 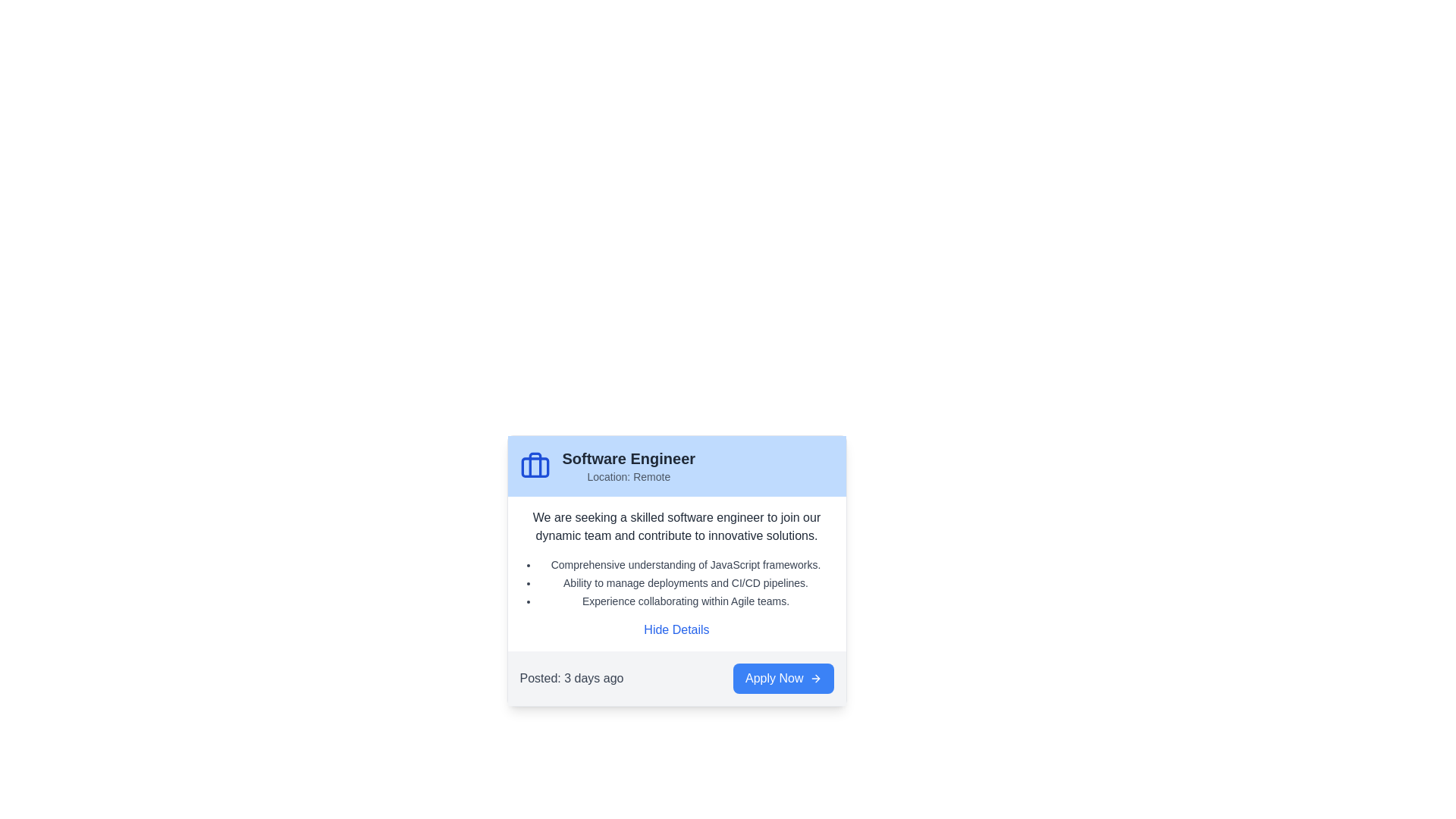 What do you see at coordinates (535, 466) in the screenshot?
I see `the decorative rectangular component of the briefcase icon located at the top-left of the 'Software Engineer' job posting card` at bounding box center [535, 466].